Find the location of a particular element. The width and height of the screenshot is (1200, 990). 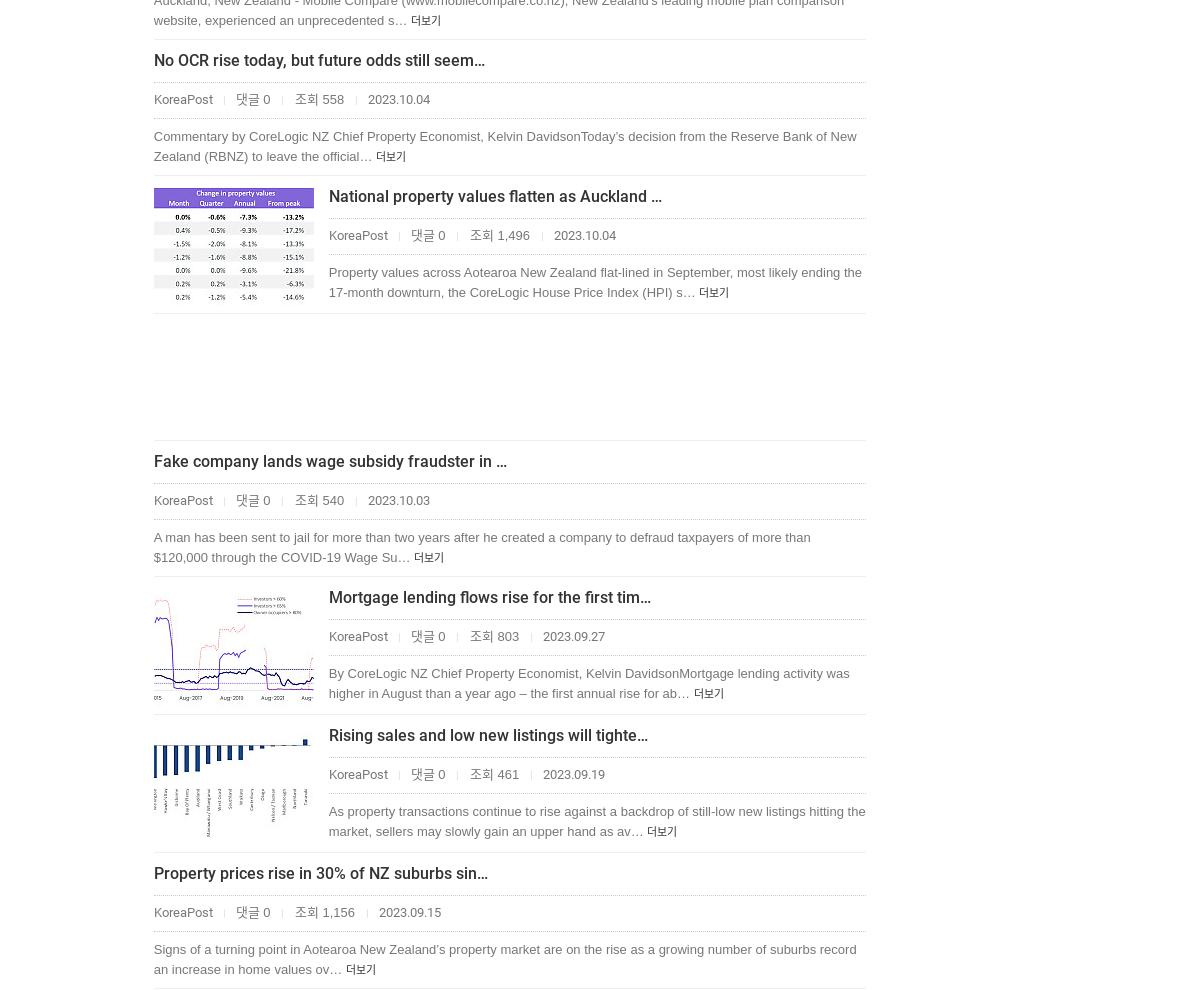

'A man has been sent to jail for more than two years after he created a company to defraud taxpayers of more than $120,000 through the COVID-19 Wage Su…' is located at coordinates (480, 547).